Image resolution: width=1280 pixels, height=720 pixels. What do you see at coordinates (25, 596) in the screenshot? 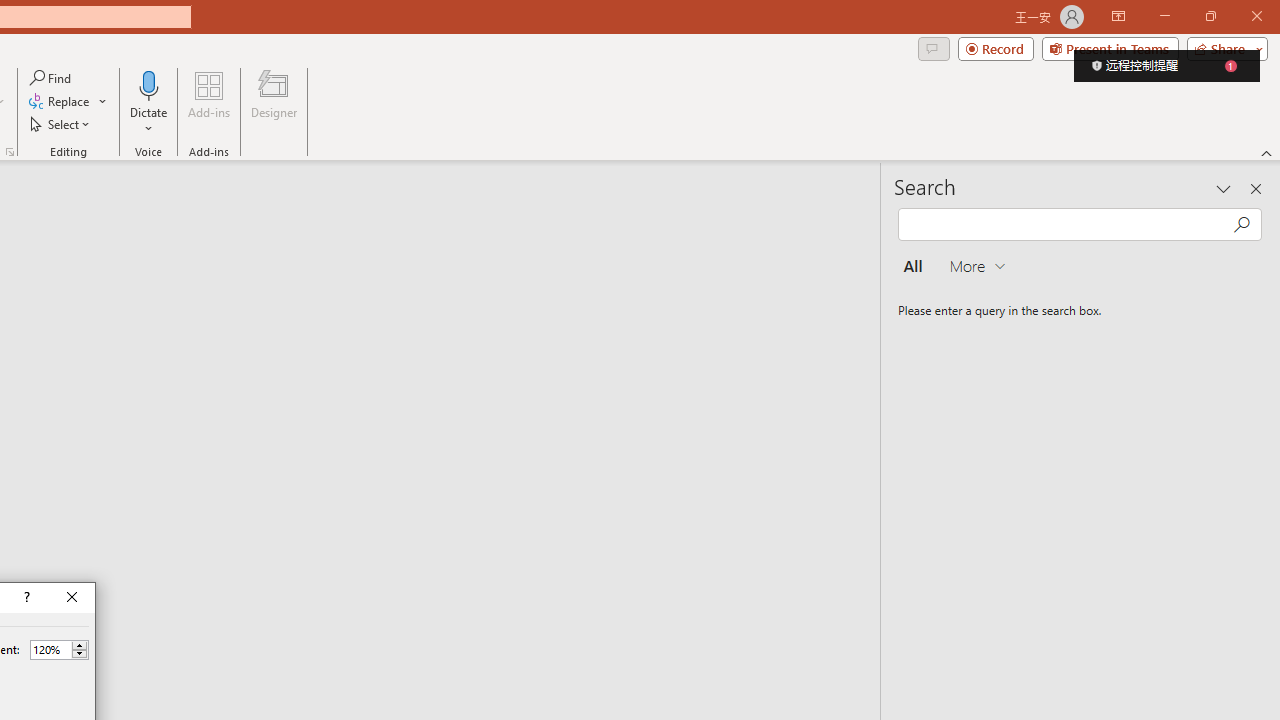
I see `'Context help'` at bounding box center [25, 596].